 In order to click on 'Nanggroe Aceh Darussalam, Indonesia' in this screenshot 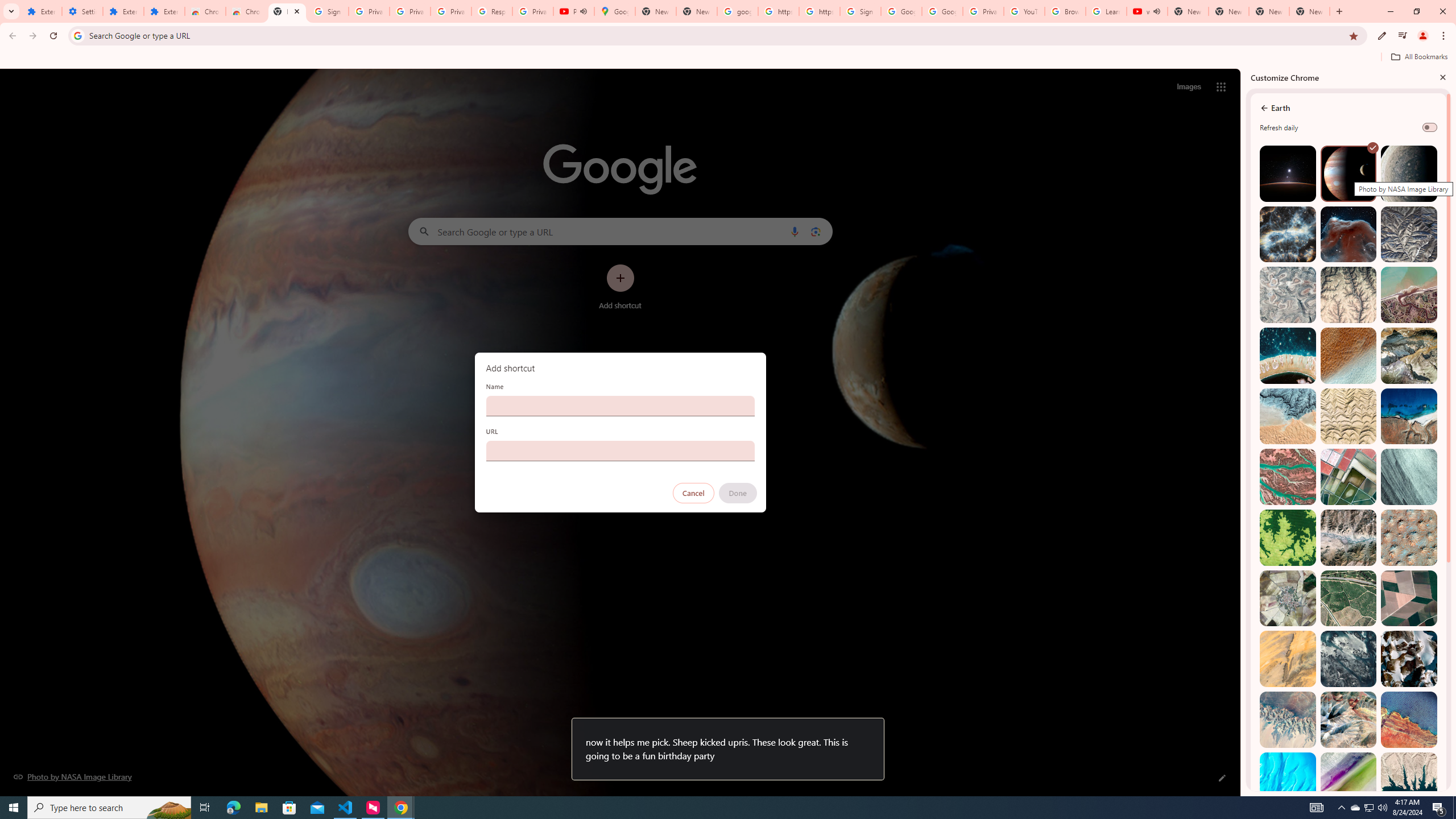, I will do `click(1408, 295)`.